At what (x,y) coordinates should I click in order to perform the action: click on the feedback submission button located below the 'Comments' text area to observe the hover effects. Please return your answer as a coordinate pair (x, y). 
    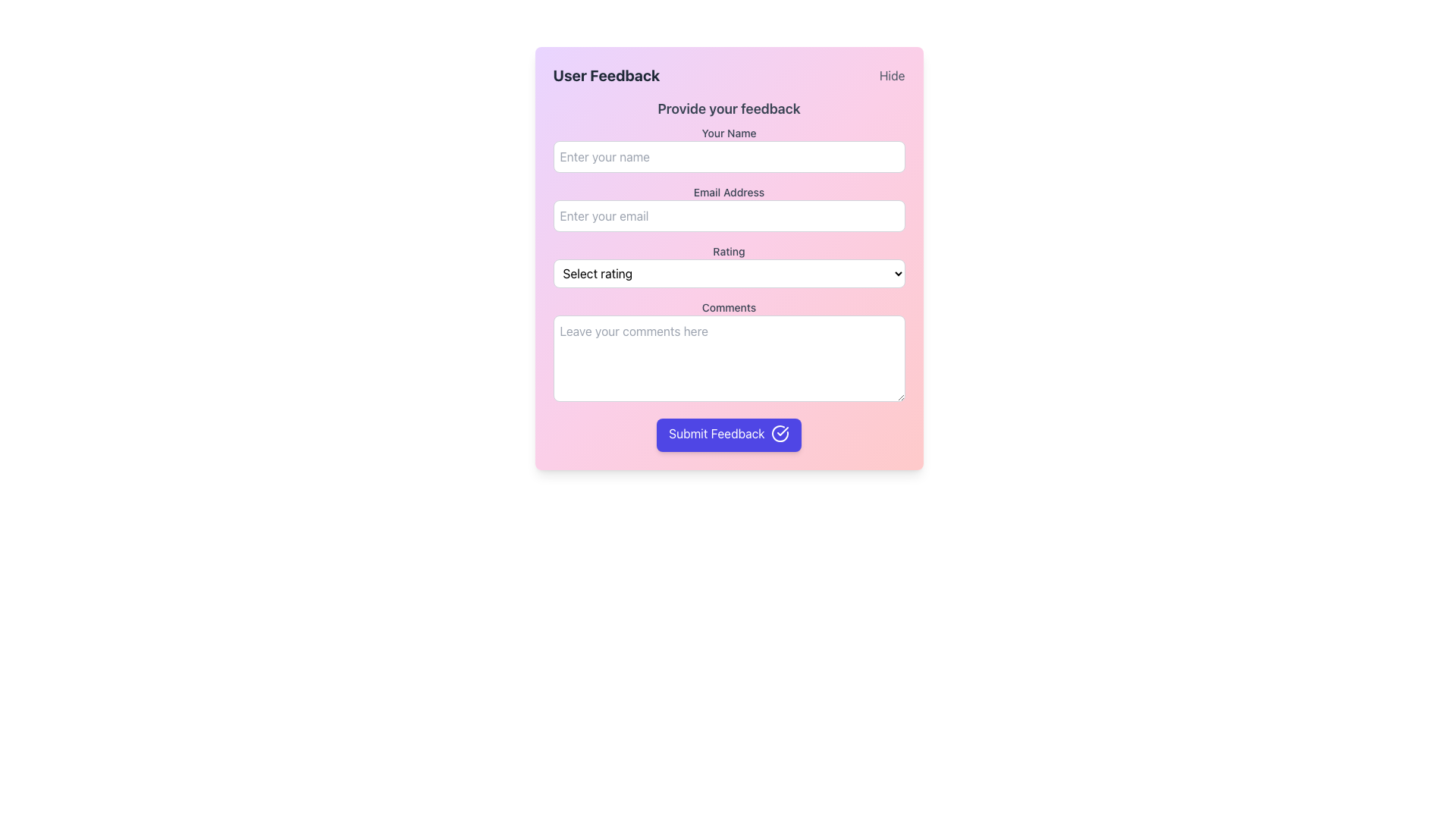
    Looking at the image, I should click on (729, 435).